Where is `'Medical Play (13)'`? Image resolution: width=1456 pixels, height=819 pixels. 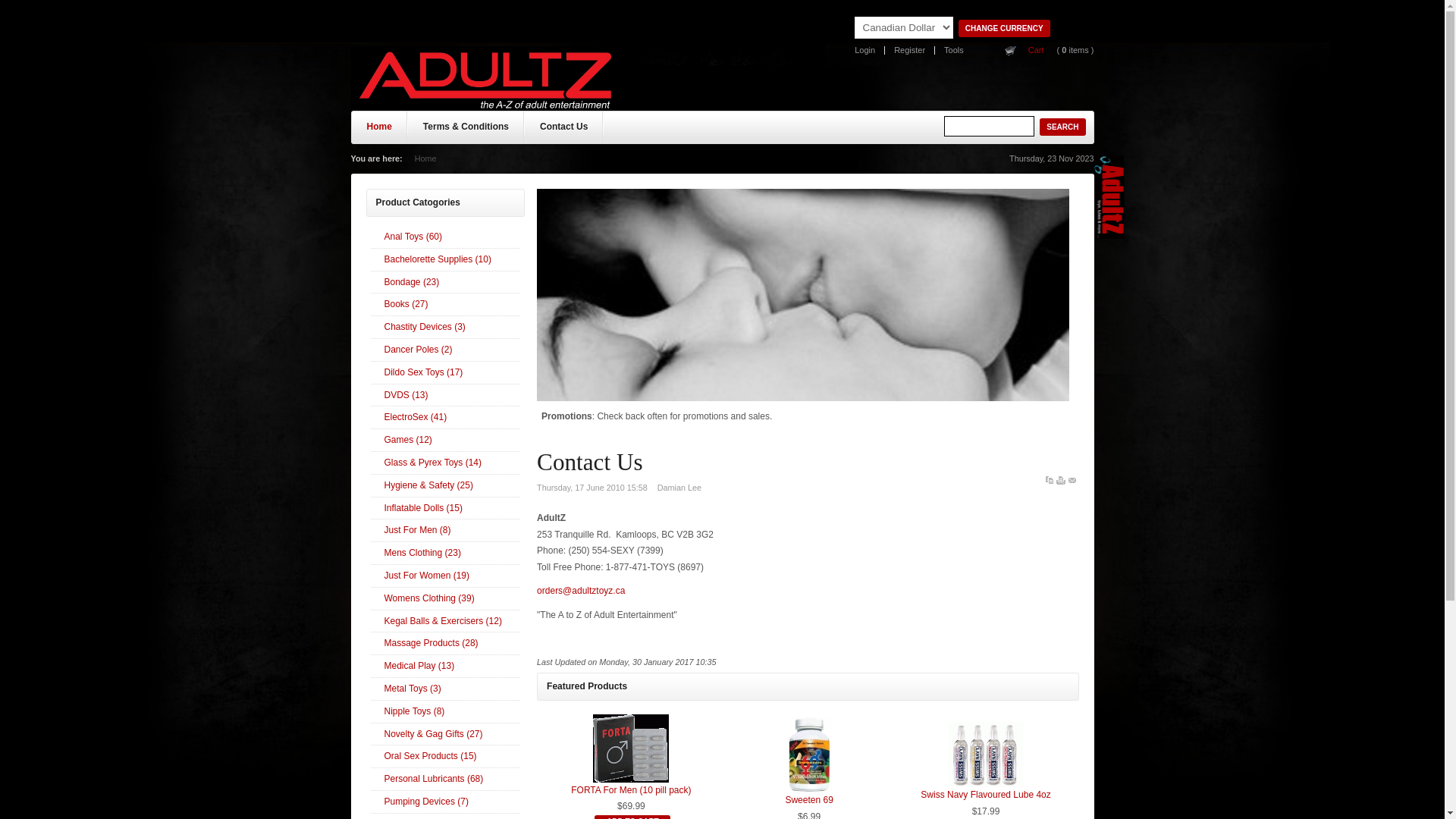
'Medical Play (13)' is located at coordinates (444, 666).